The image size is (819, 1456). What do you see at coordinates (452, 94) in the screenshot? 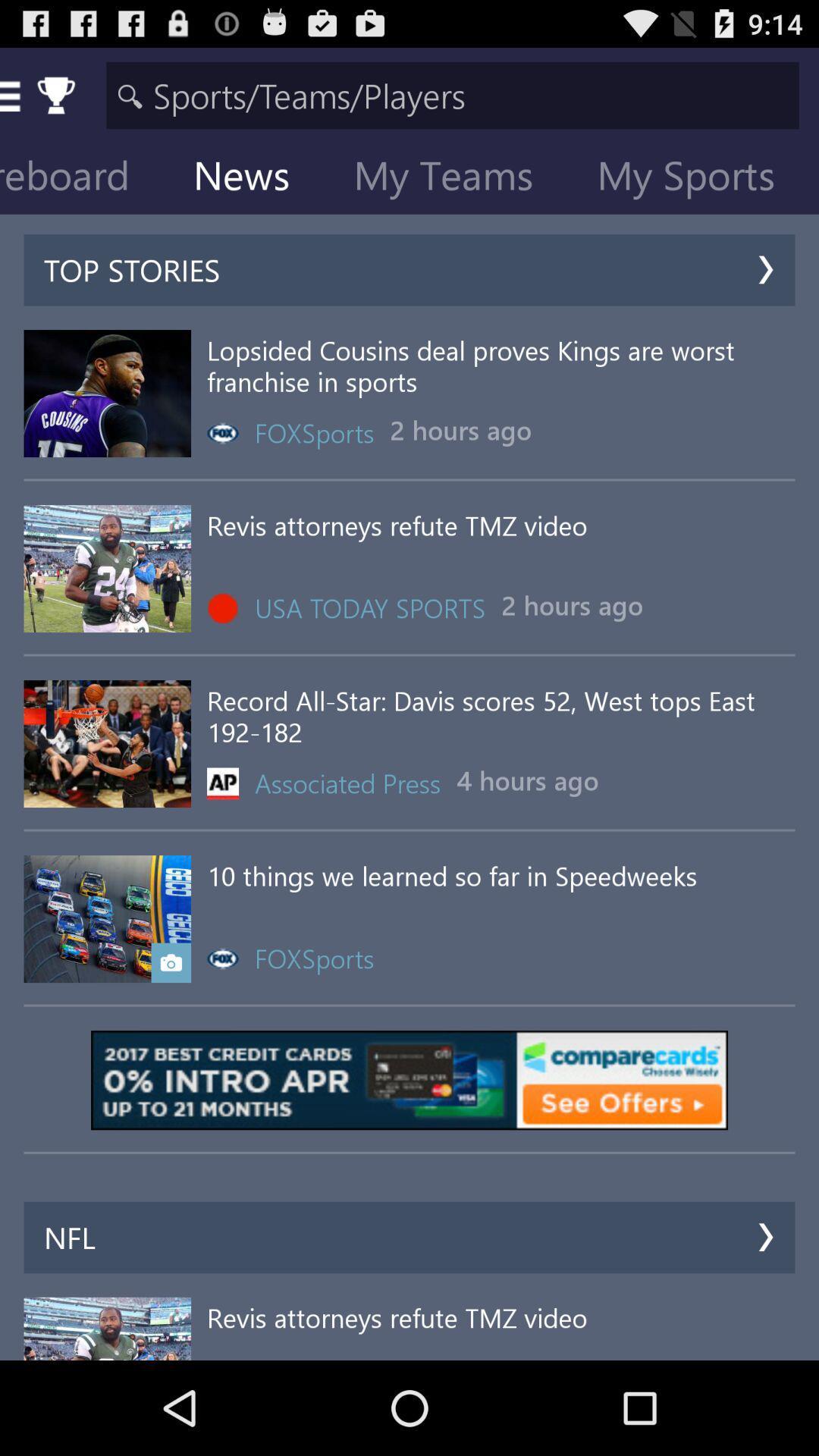
I see `word to search` at bounding box center [452, 94].